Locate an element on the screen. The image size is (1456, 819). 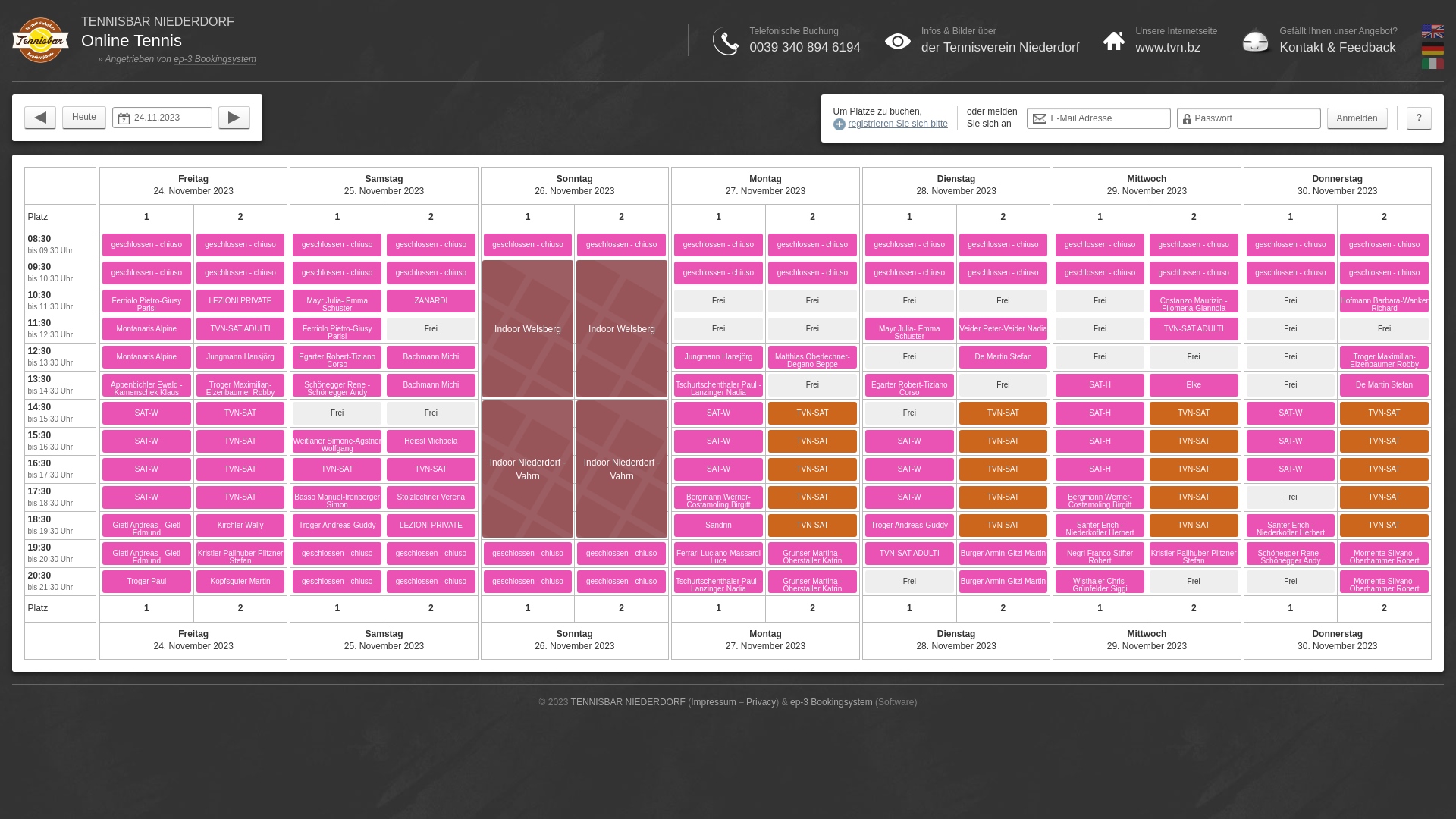
'www.tvn.bz' is located at coordinates (1167, 46).